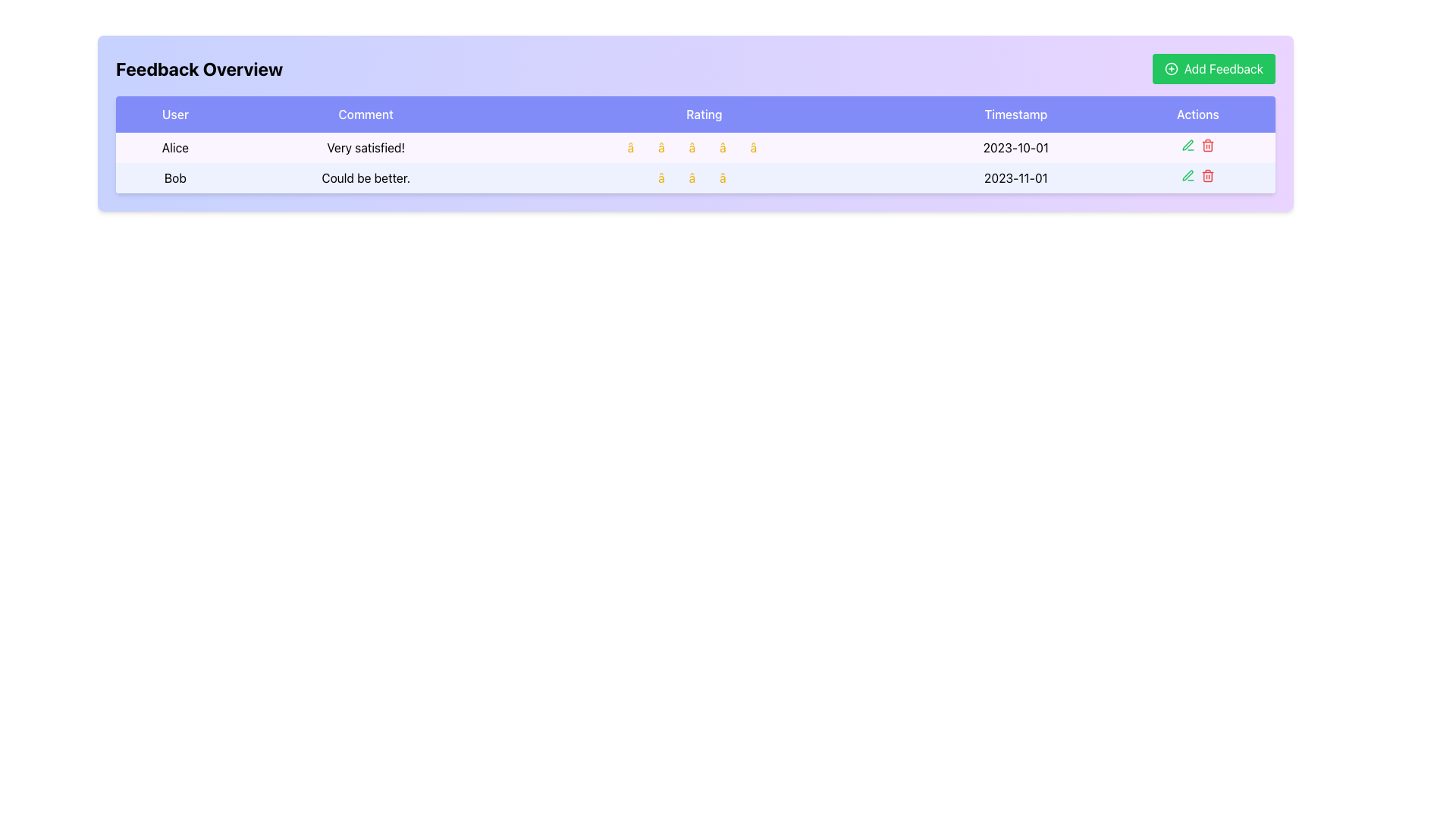  Describe the element at coordinates (695, 177) in the screenshot. I see `the individual stars in the second row of the feedback table to interact with the rating provided by the user` at that location.